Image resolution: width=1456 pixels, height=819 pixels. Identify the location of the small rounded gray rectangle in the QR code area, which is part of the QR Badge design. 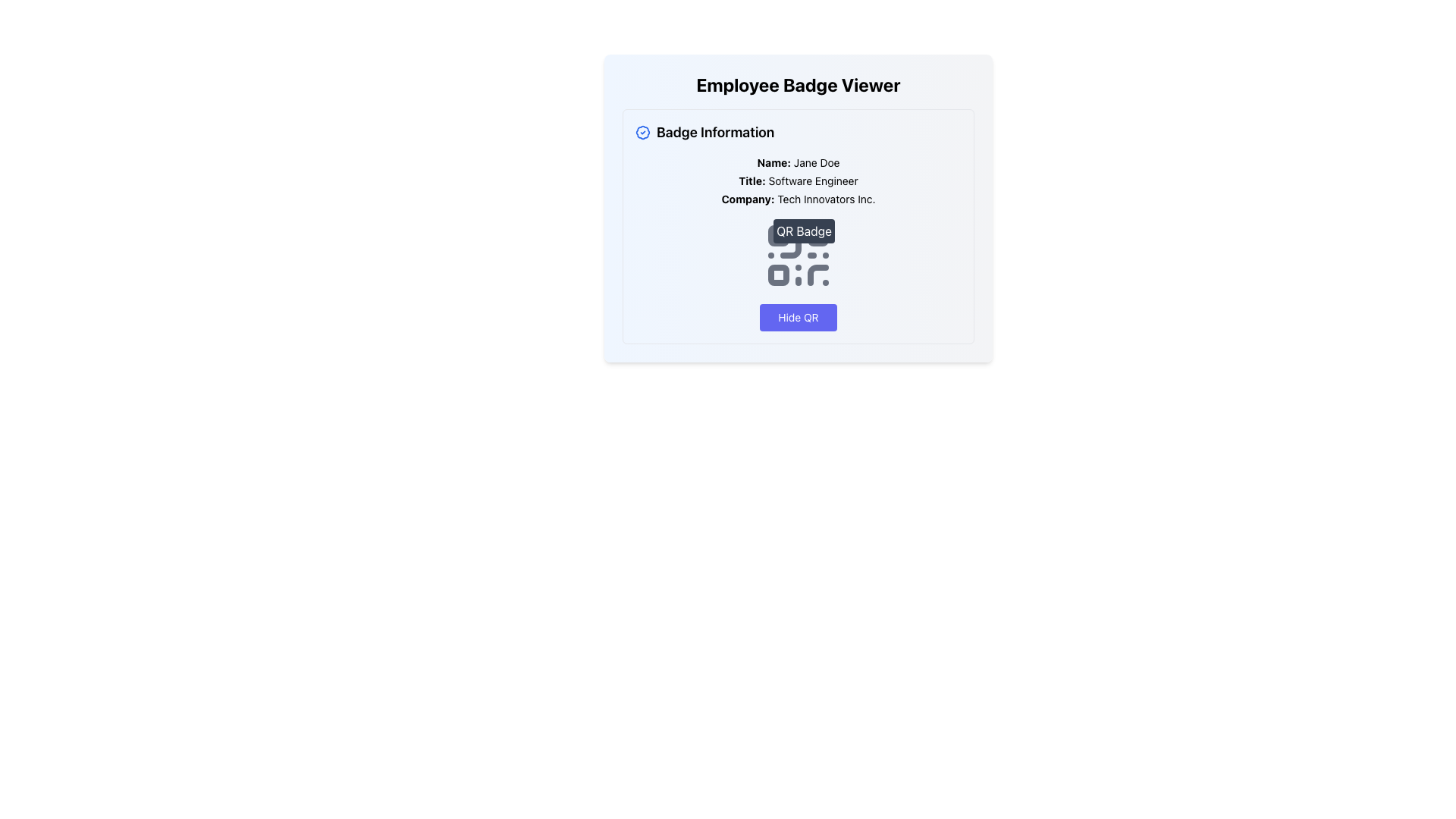
(779, 236).